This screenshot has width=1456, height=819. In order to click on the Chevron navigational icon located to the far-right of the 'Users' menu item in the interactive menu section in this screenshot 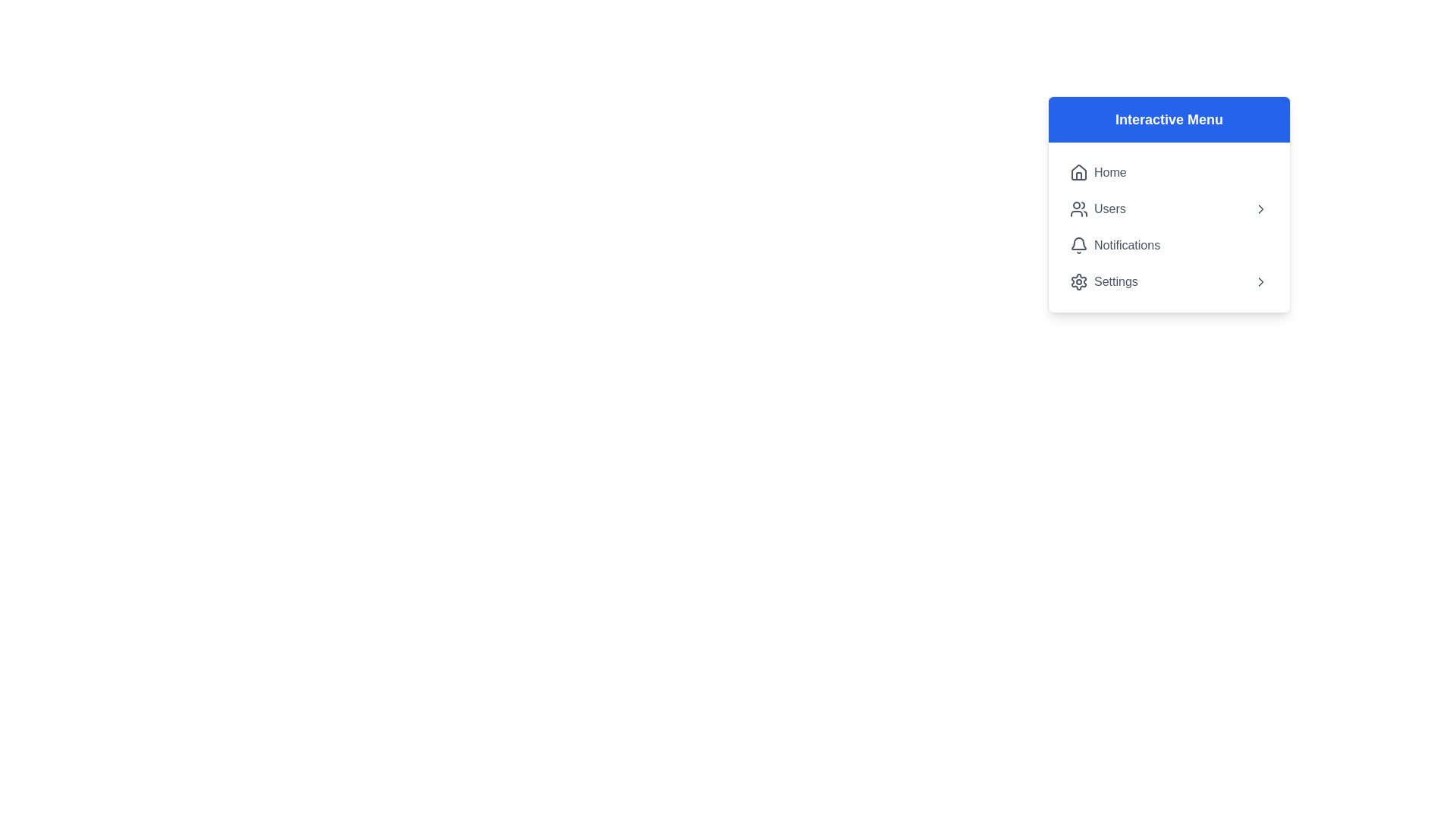, I will do `click(1260, 209)`.